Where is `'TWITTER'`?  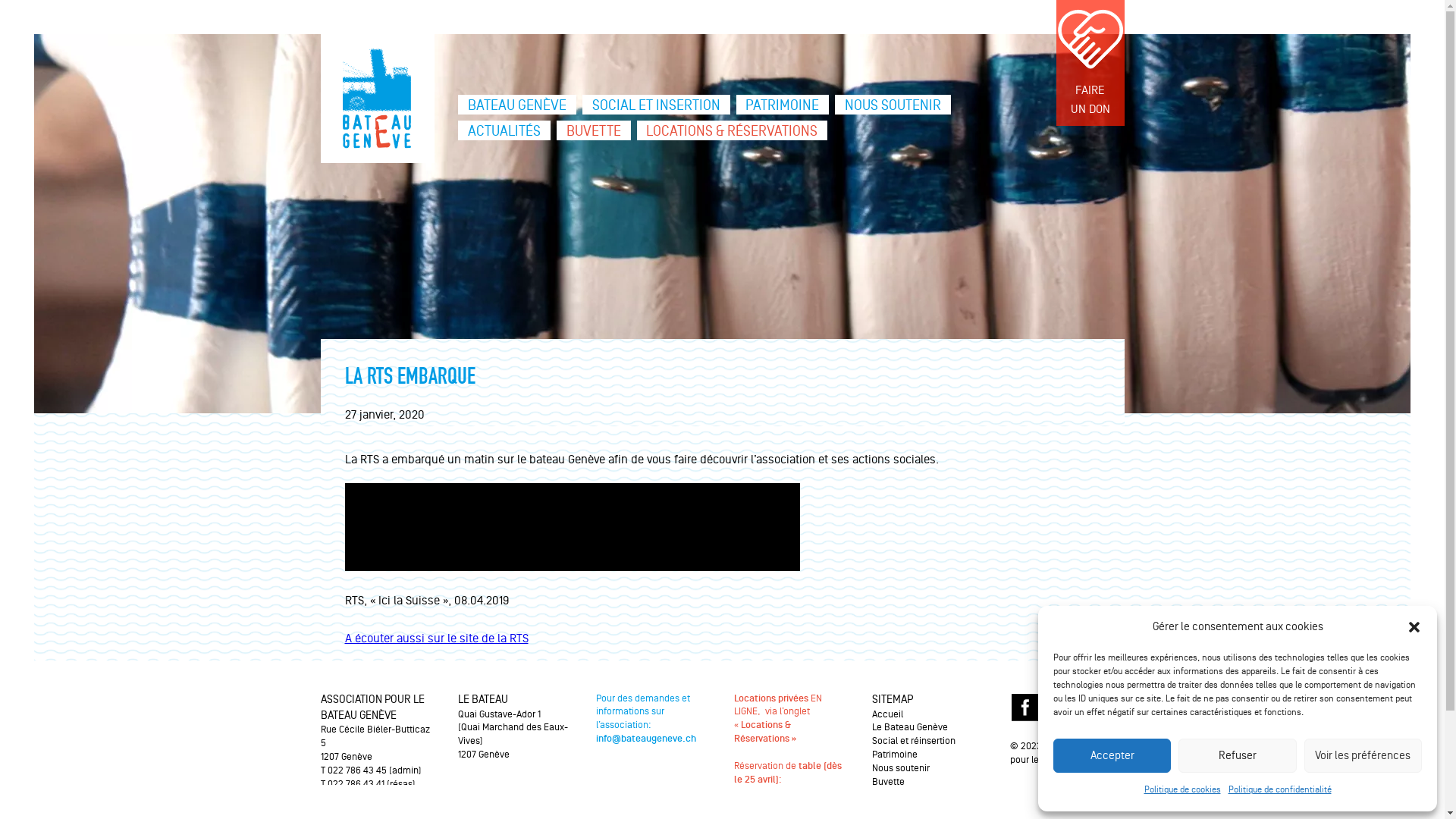
'TWITTER' is located at coordinates (1057, 708).